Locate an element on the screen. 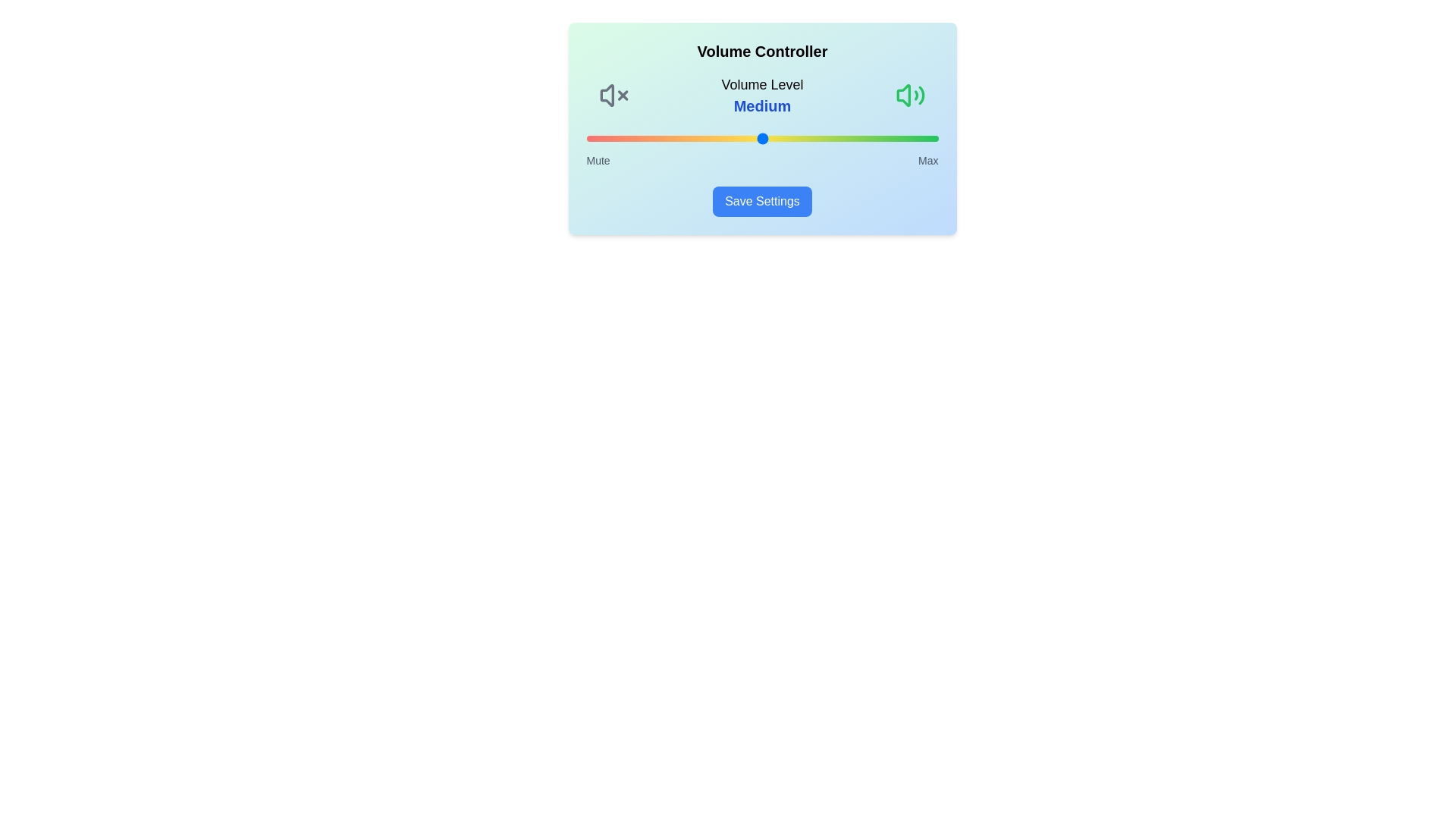  the volume slider to set the volume level to 66 is located at coordinates (817, 138).